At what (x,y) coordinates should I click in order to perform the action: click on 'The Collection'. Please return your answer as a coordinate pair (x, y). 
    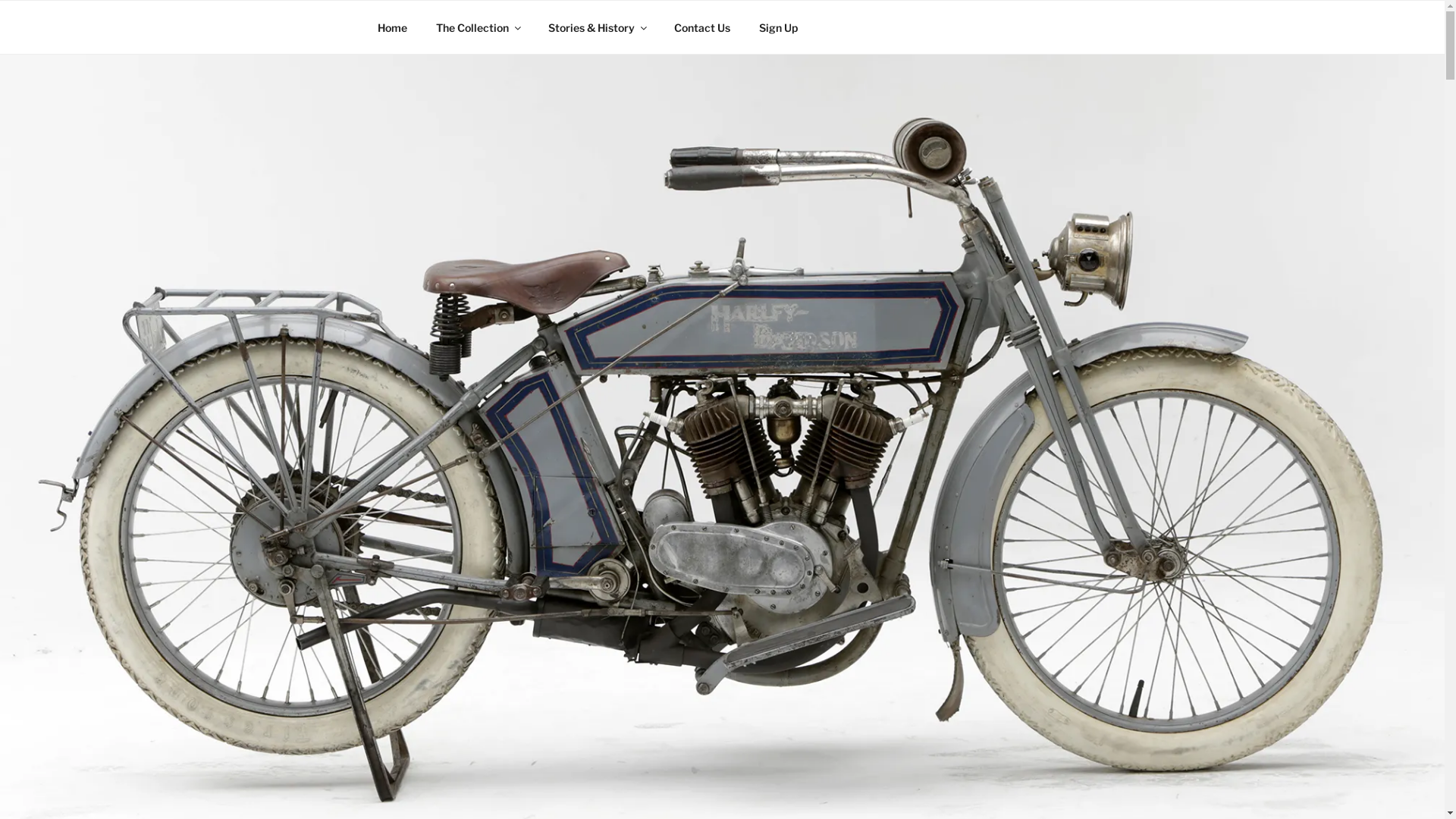
    Looking at the image, I should click on (477, 27).